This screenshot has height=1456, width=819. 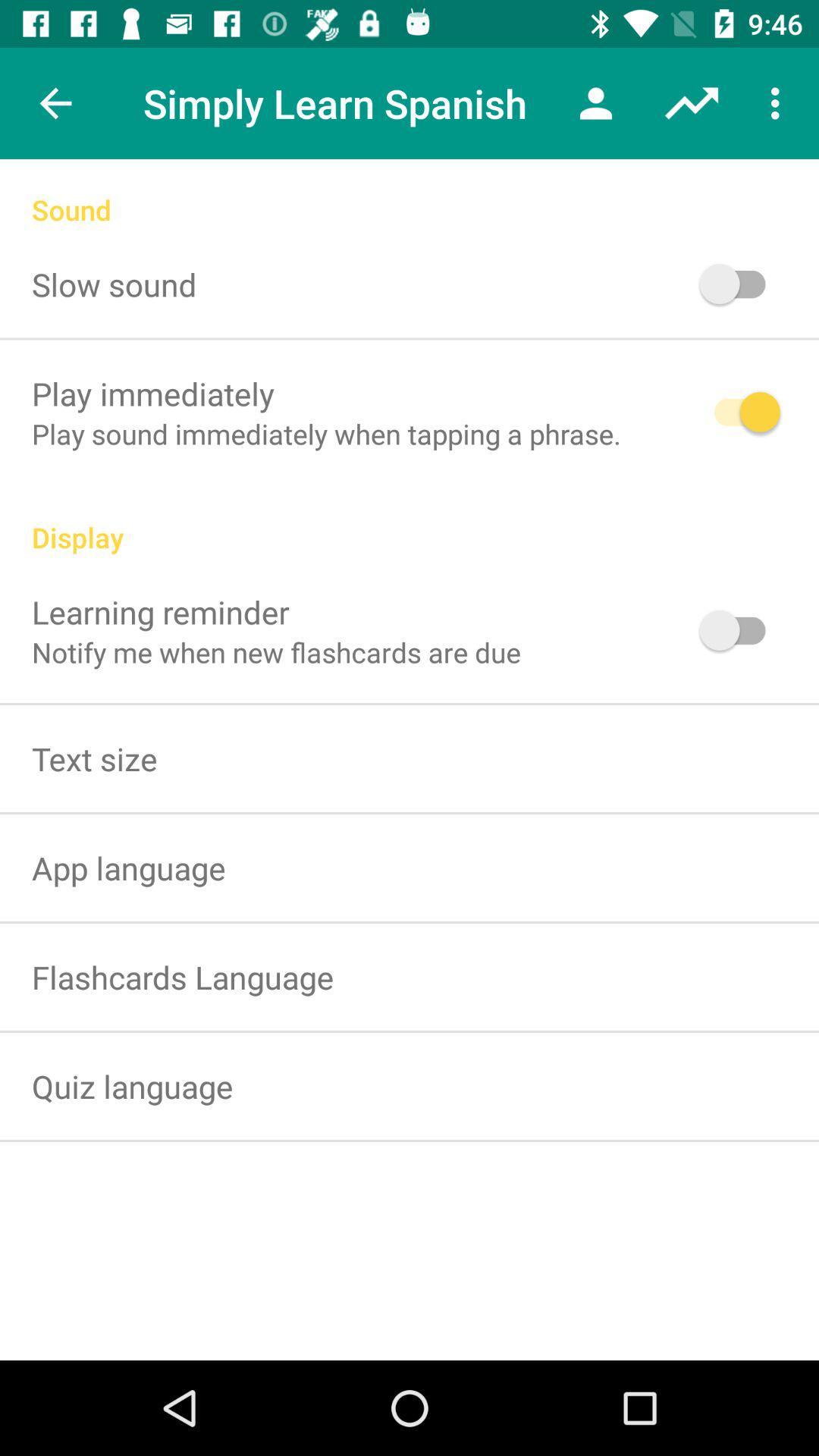 What do you see at coordinates (276, 652) in the screenshot?
I see `notify me when icon` at bounding box center [276, 652].